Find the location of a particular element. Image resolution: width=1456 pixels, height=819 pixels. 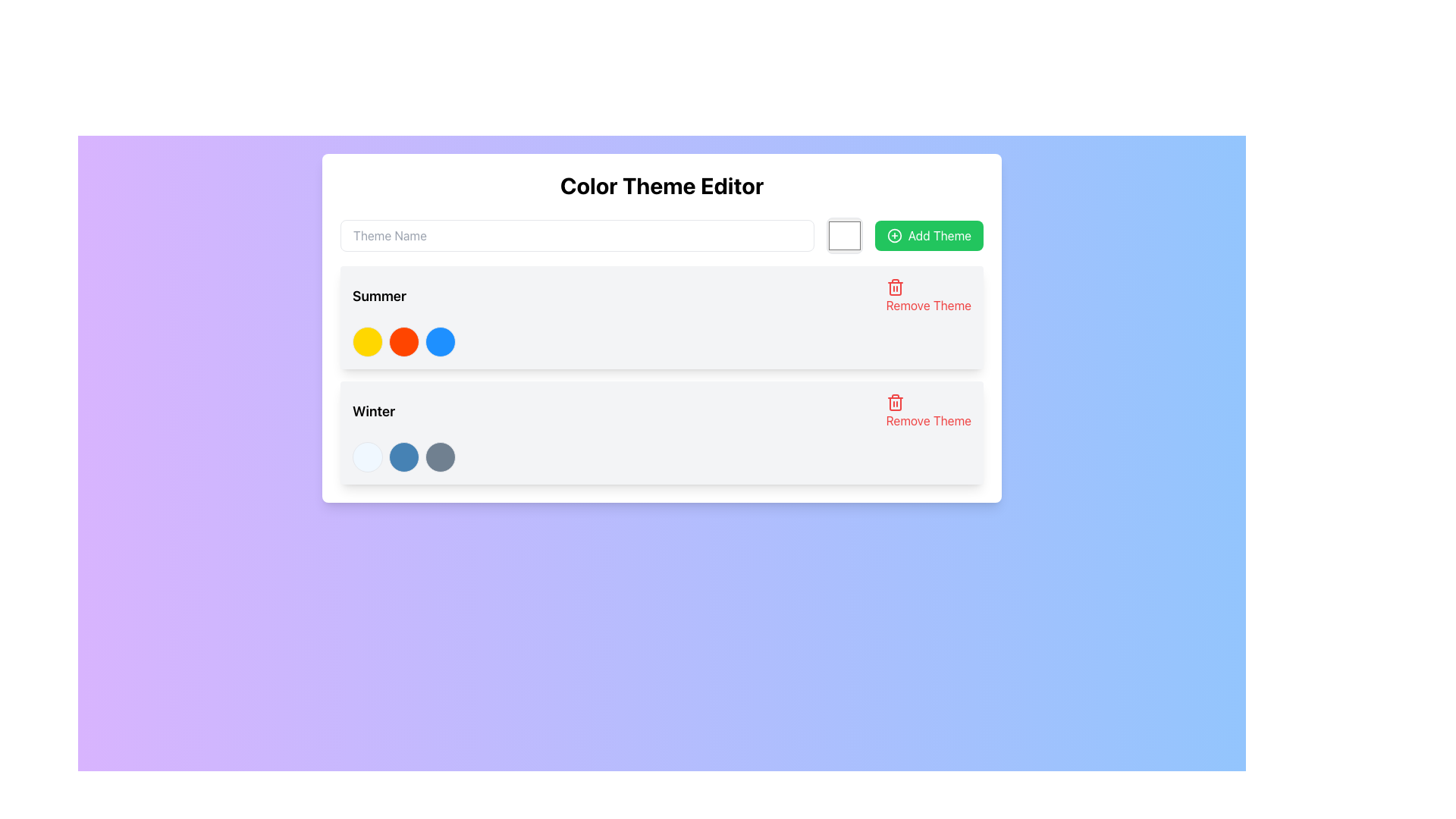

text of the Label or heading located at the top of the card-like UI component, which serves as the title indicating the purpose of the content below is located at coordinates (662, 185).